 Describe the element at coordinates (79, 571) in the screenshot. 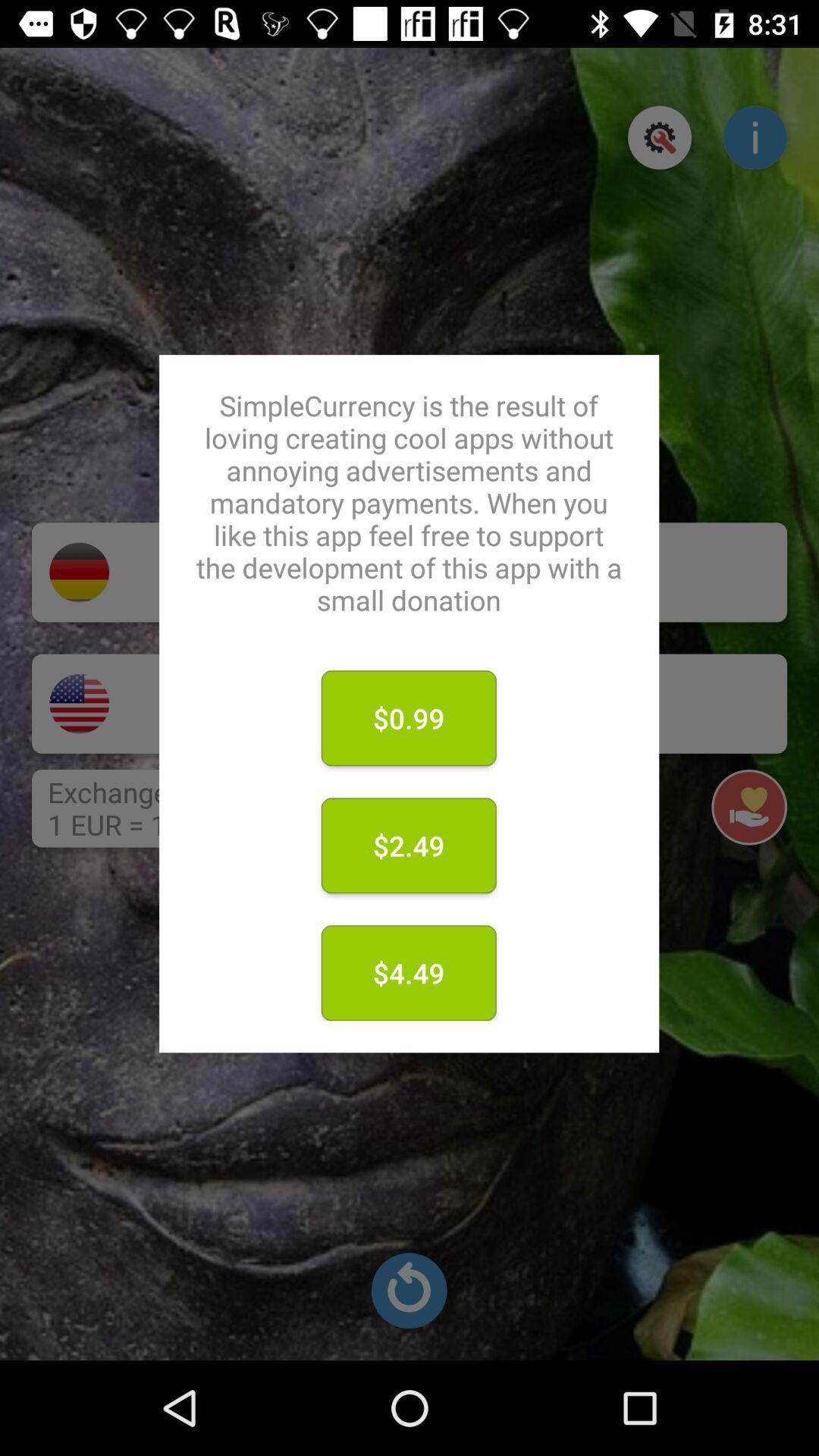

I see `the national_flag icon` at that location.